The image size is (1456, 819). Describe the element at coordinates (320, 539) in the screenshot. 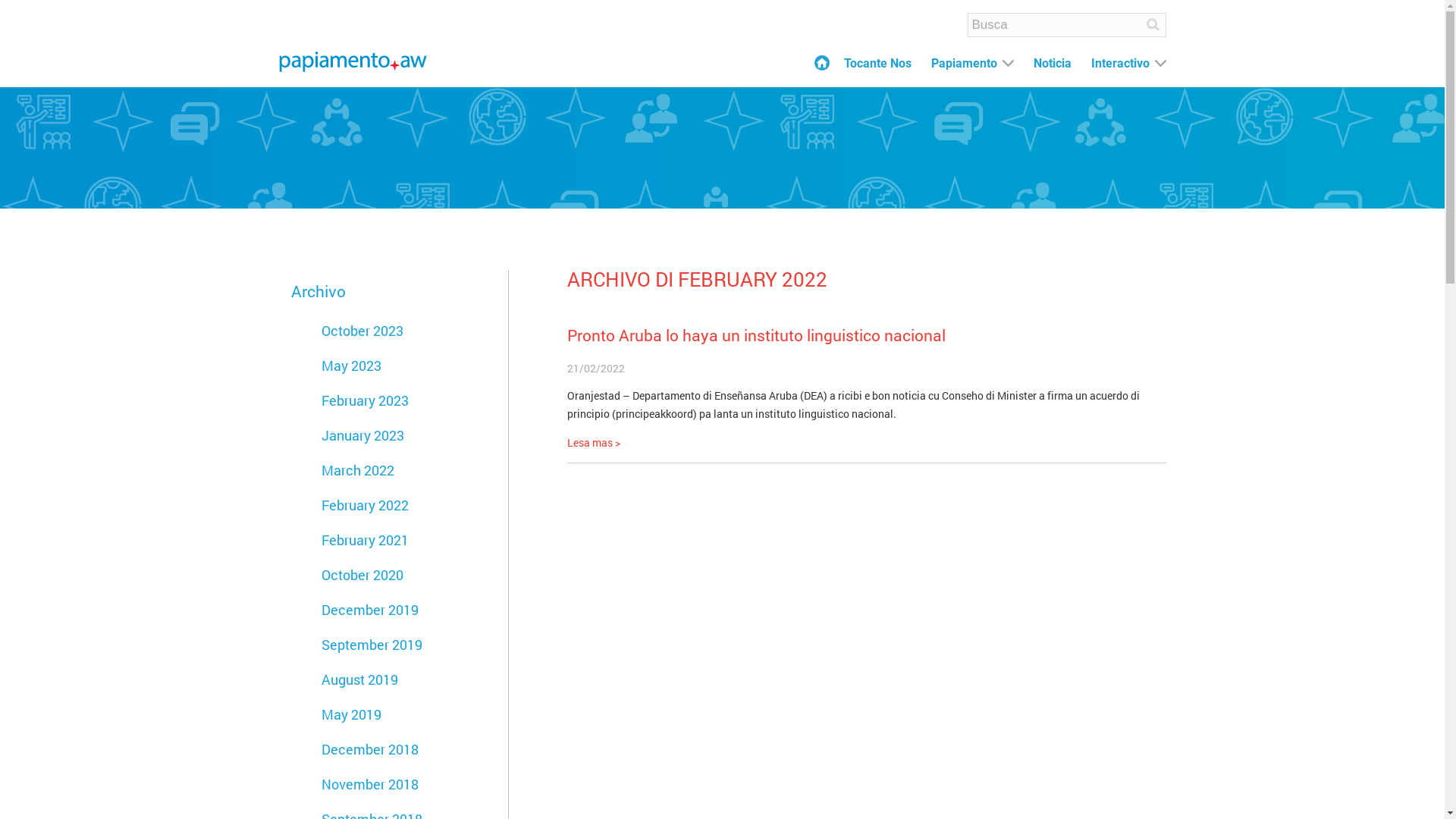

I see `'February 2021'` at that location.